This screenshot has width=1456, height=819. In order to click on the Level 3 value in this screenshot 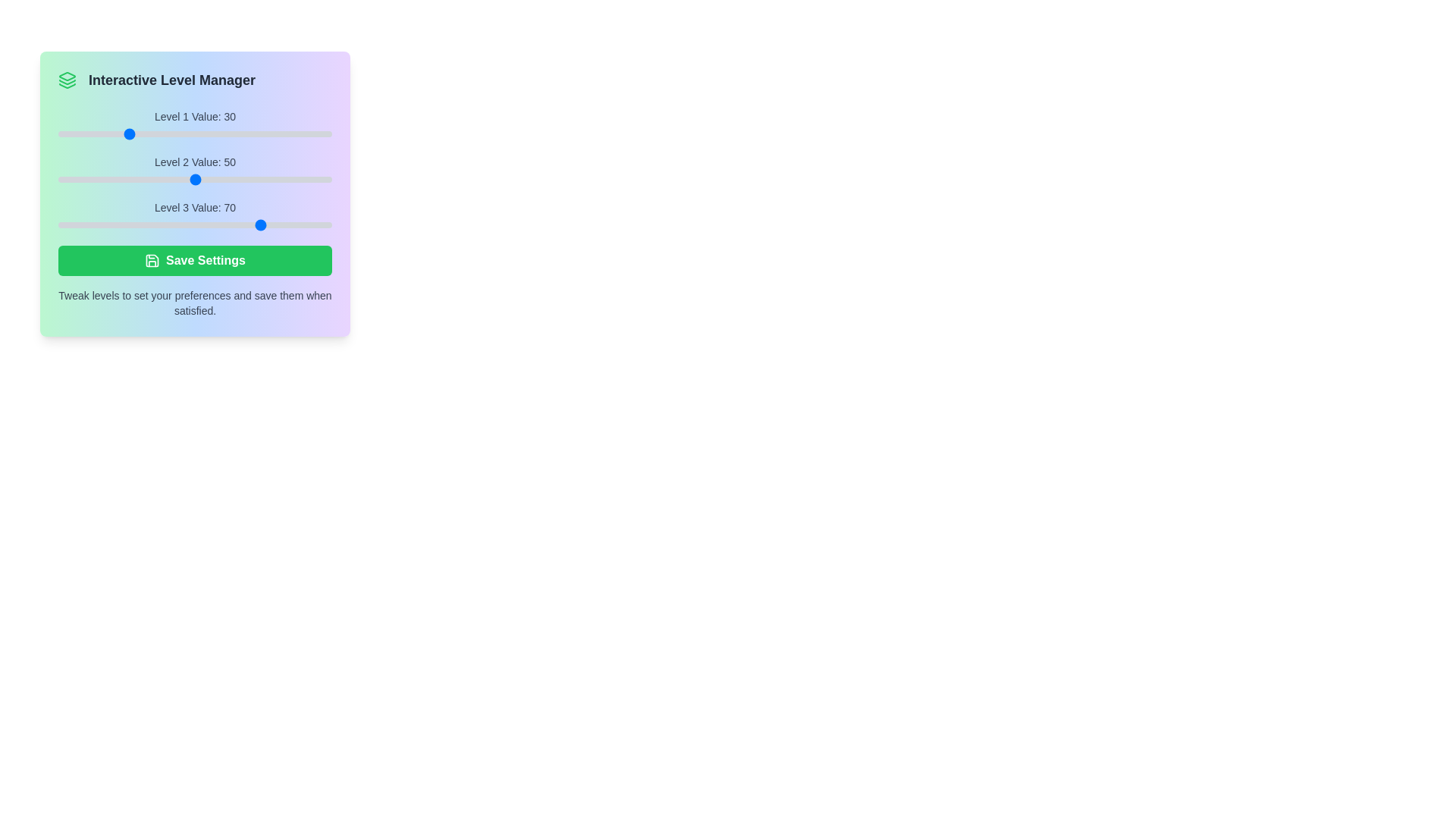, I will do `click(208, 225)`.